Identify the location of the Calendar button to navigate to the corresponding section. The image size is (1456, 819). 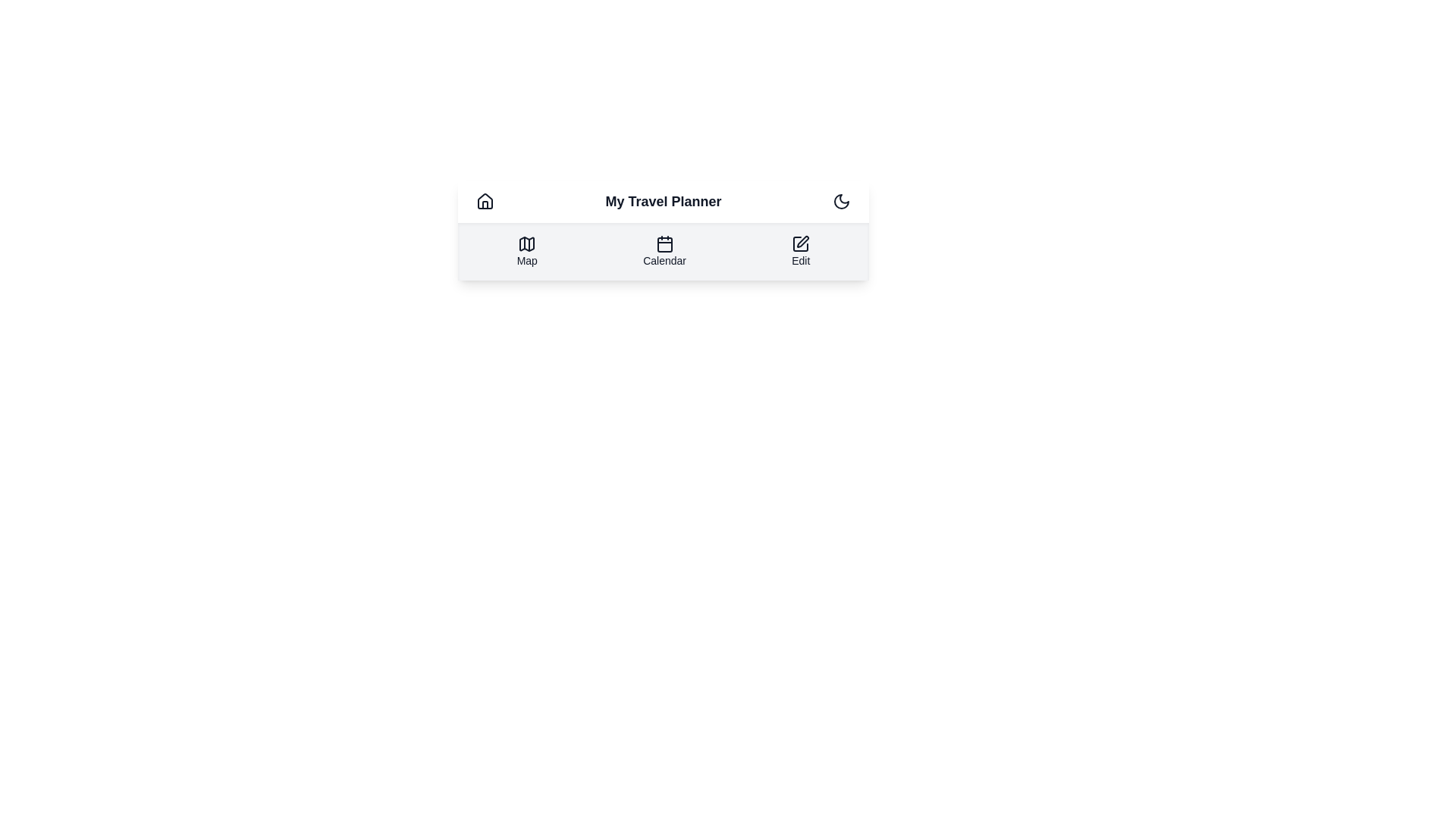
(664, 250).